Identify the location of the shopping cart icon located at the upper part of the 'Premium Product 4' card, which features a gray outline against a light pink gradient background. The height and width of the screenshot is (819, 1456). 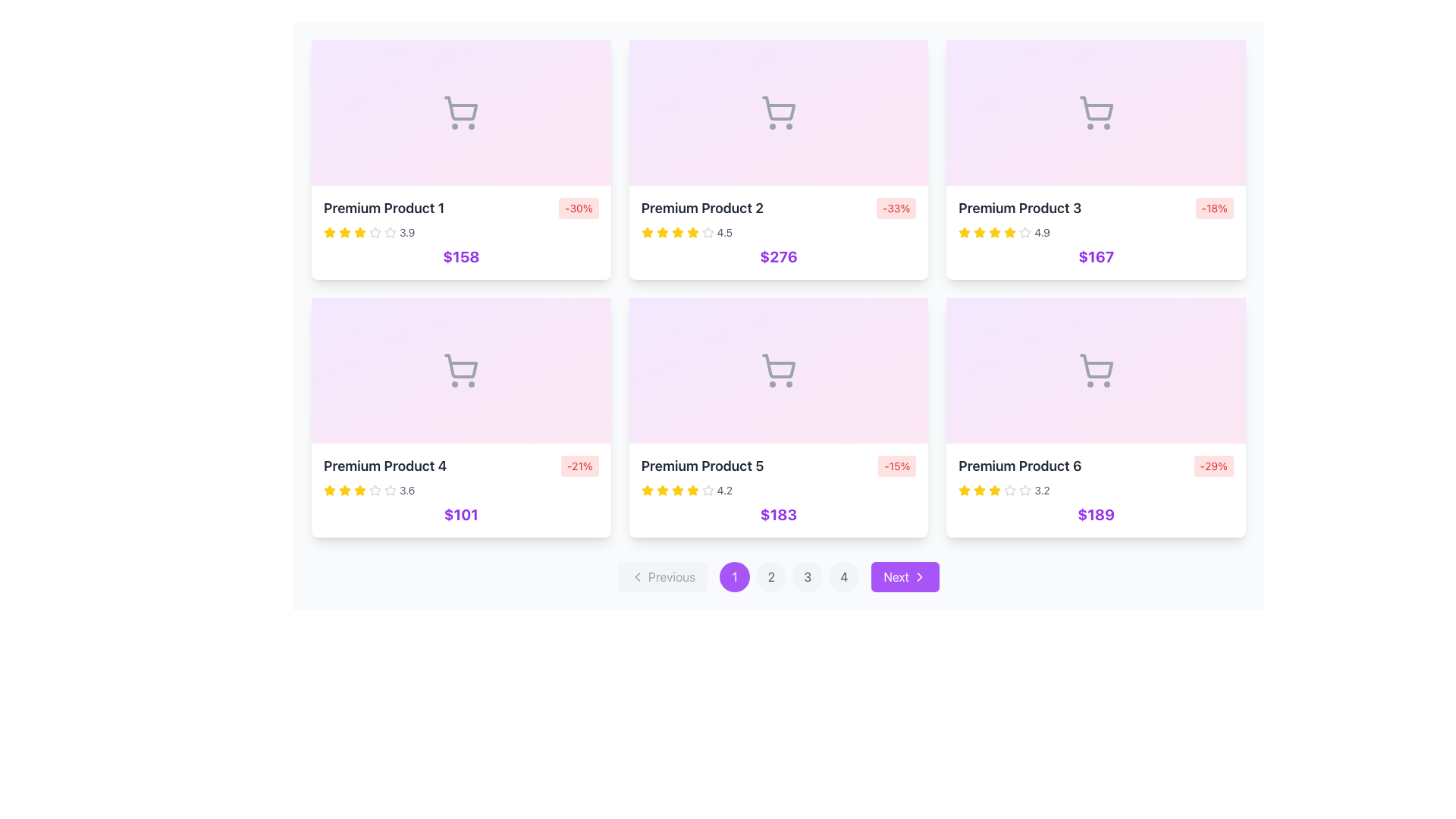
(460, 371).